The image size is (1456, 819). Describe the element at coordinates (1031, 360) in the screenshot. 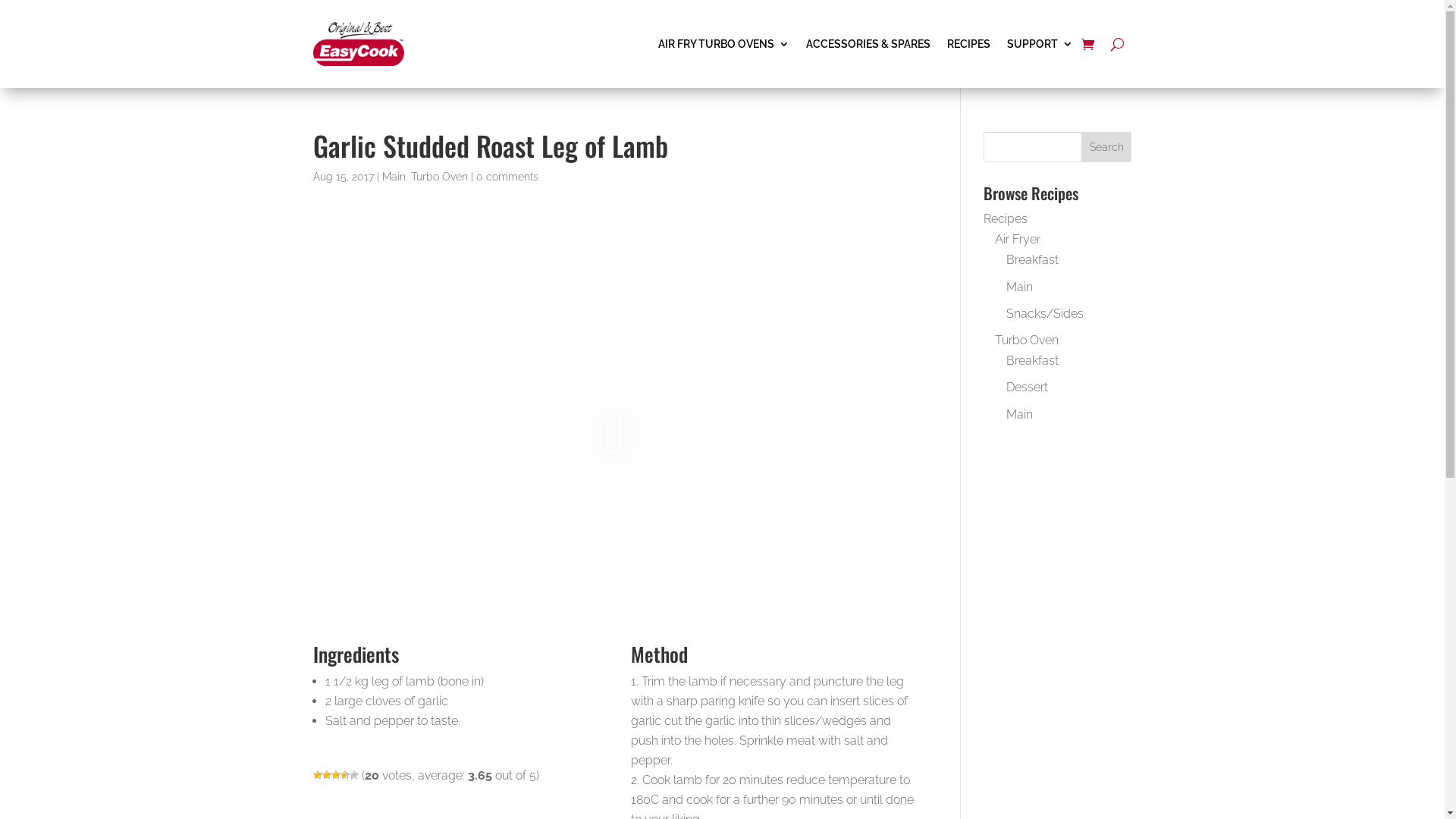

I see `'Breakfast'` at that location.